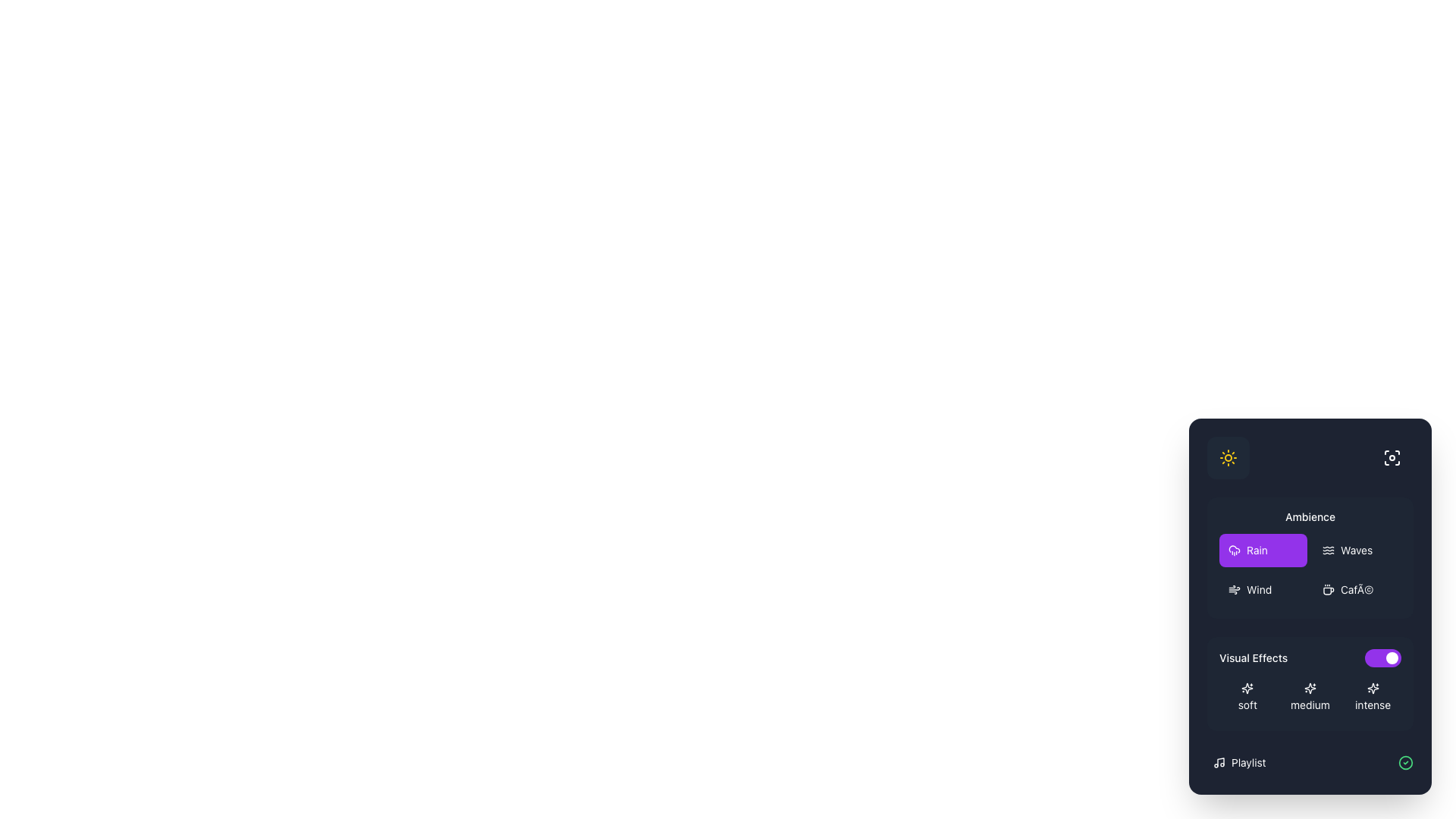  What do you see at coordinates (1234, 549) in the screenshot?
I see `the 'Rain' ambiance selection button located in the 'Ambience' section` at bounding box center [1234, 549].